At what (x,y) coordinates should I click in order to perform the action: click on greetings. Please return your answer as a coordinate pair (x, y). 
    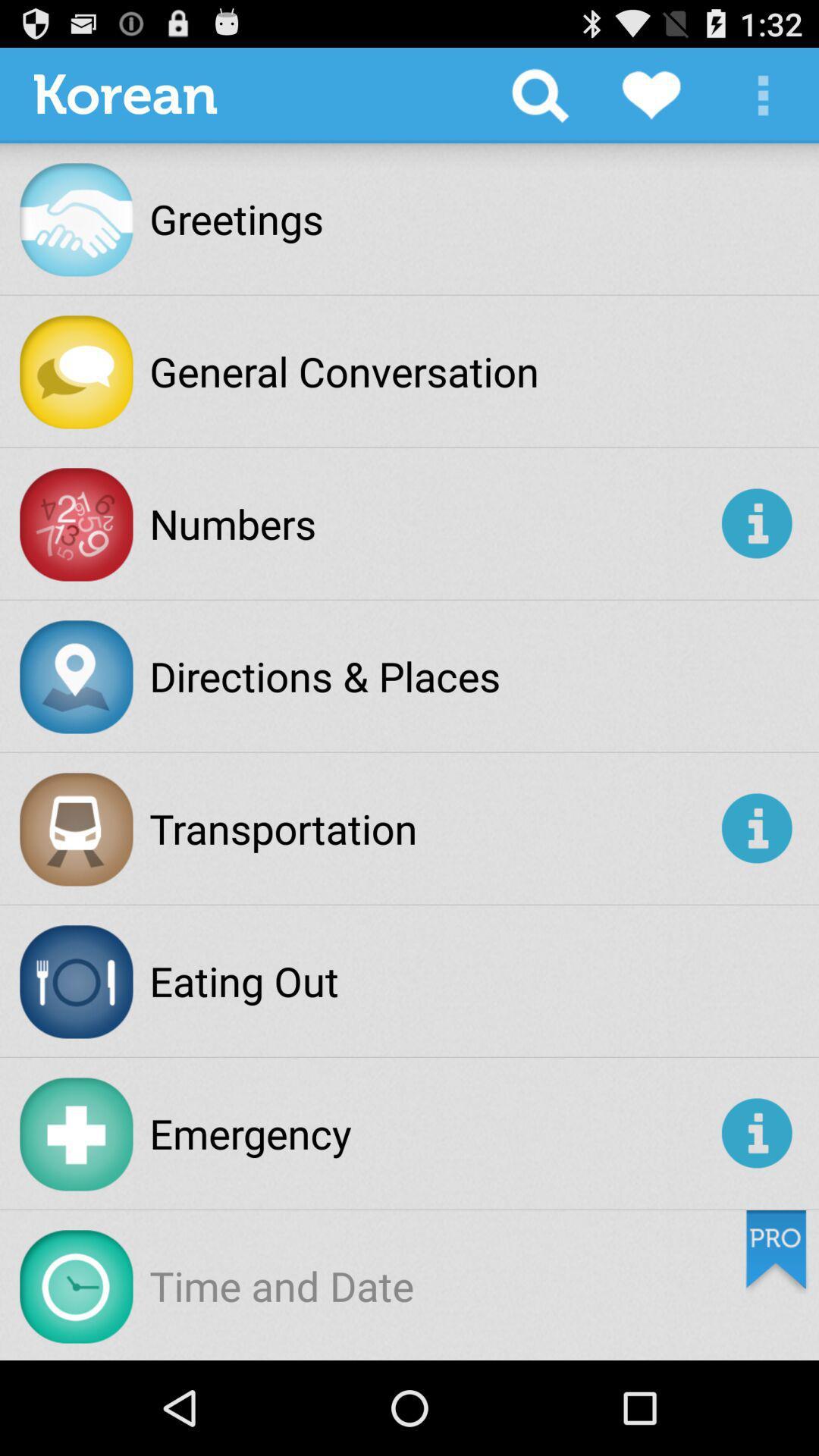
    Looking at the image, I should click on (237, 218).